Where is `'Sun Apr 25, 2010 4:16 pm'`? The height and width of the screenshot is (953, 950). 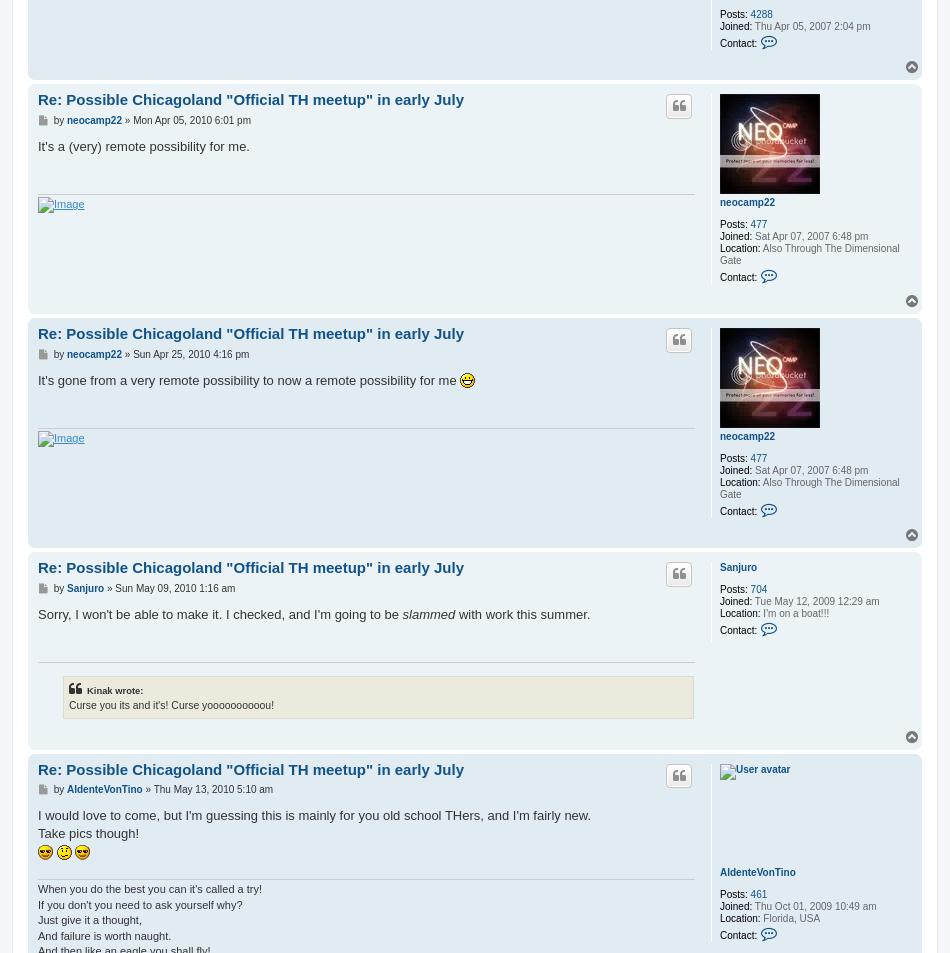
'Sun Apr 25, 2010 4:16 pm' is located at coordinates (133, 352).